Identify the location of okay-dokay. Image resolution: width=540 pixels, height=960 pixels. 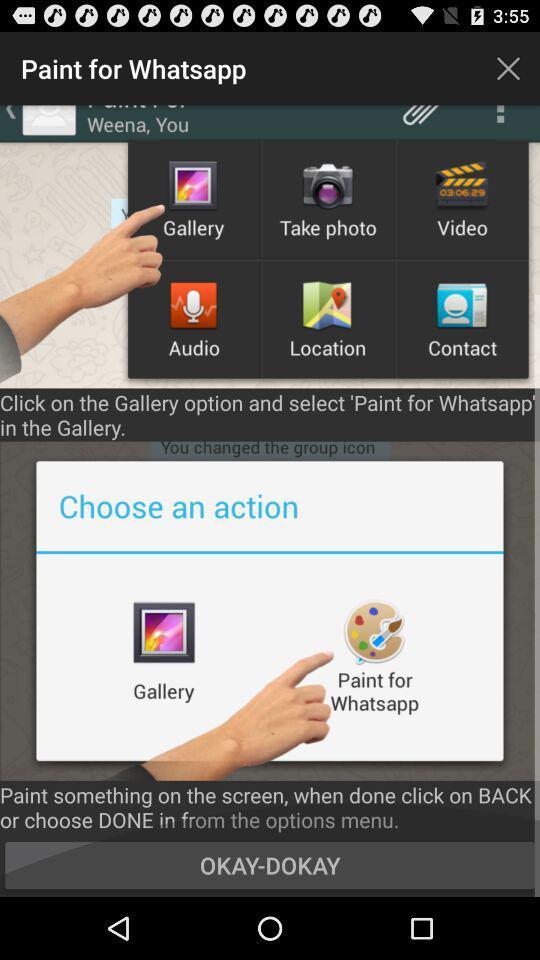
(270, 864).